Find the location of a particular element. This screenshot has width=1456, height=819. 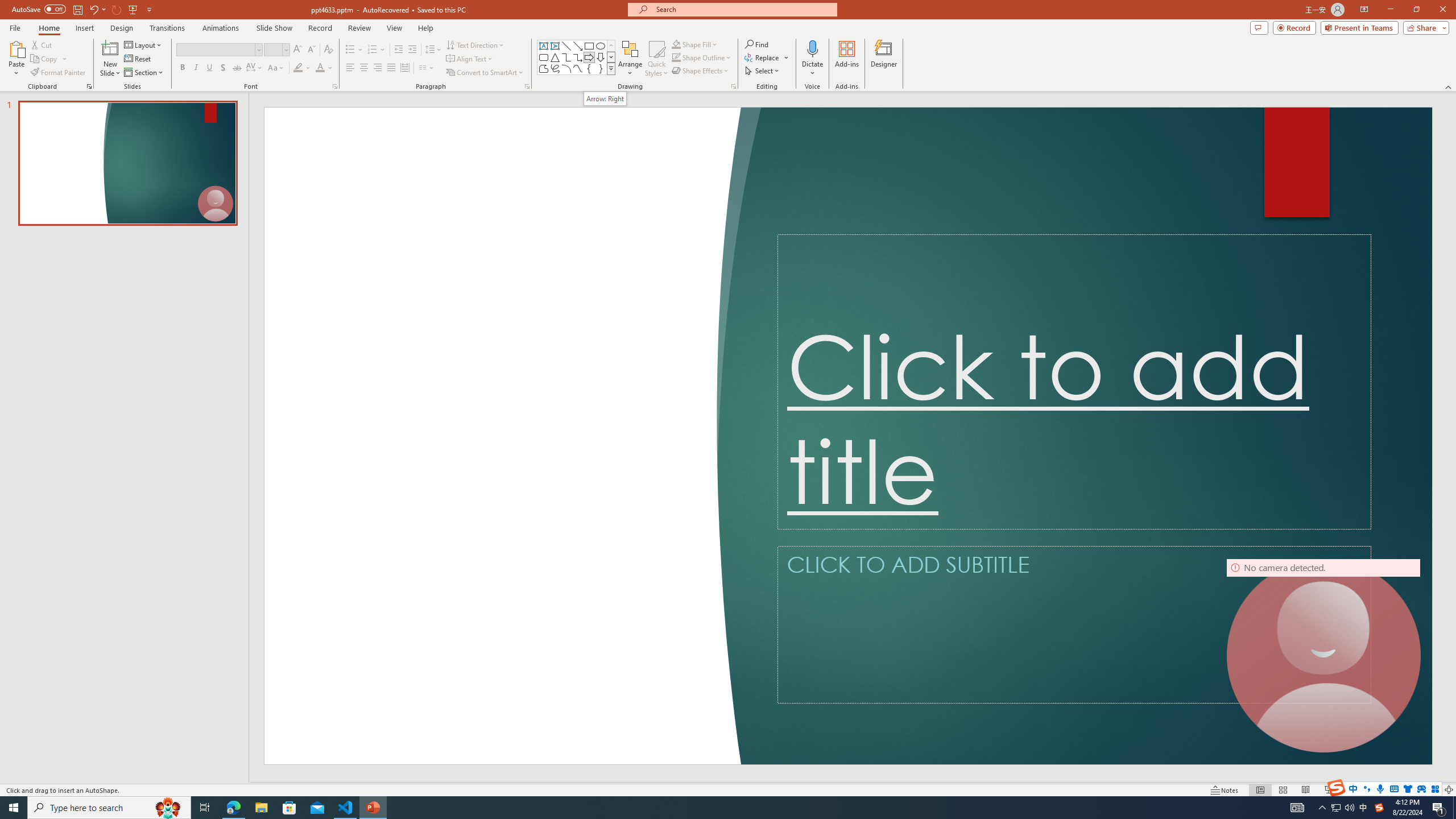

'Oval' is located at coordinates (600, 45).